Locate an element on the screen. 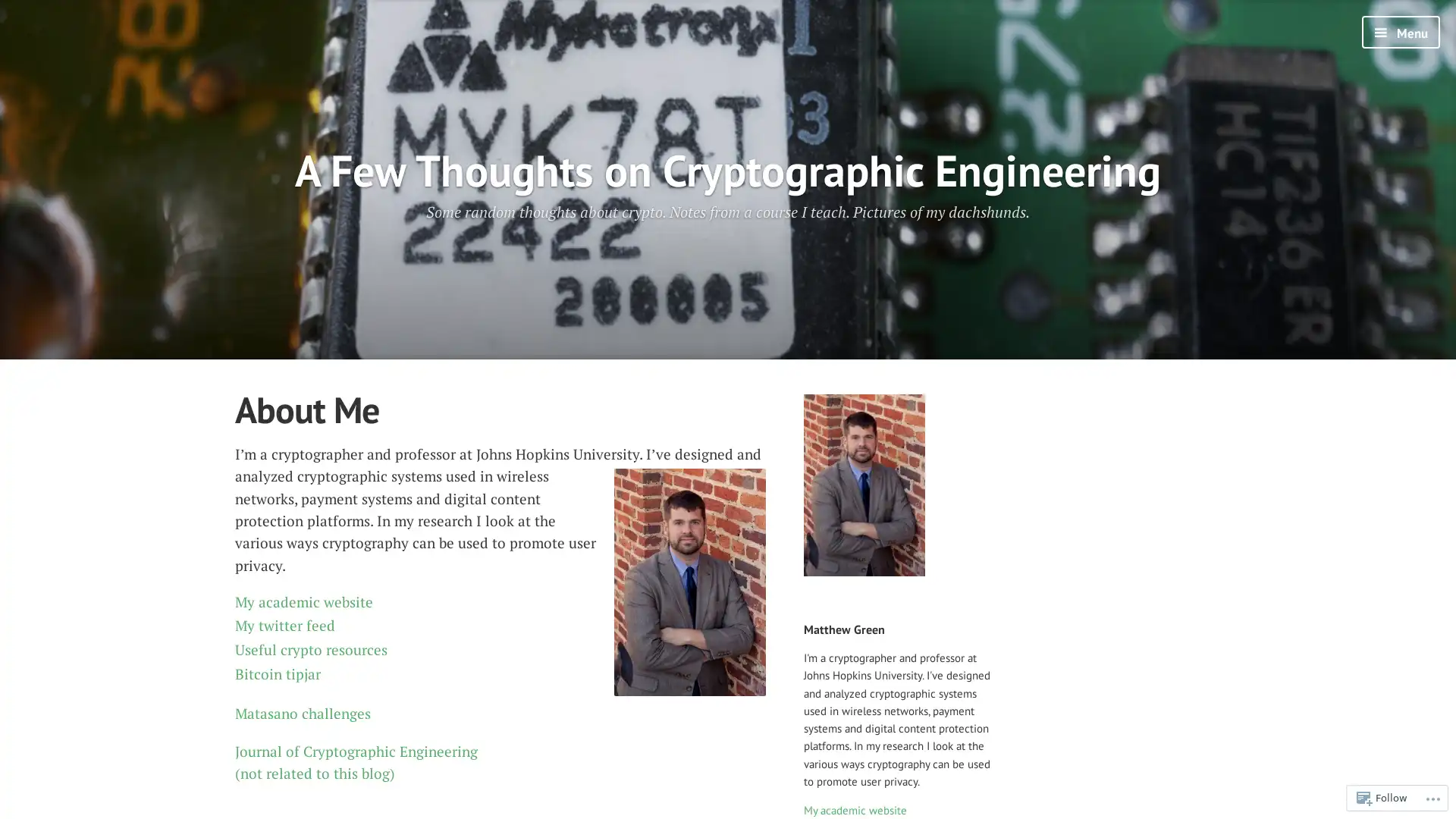 This screenshot has height=819, width=1456. Menu is located at coordinates (1400, 32).